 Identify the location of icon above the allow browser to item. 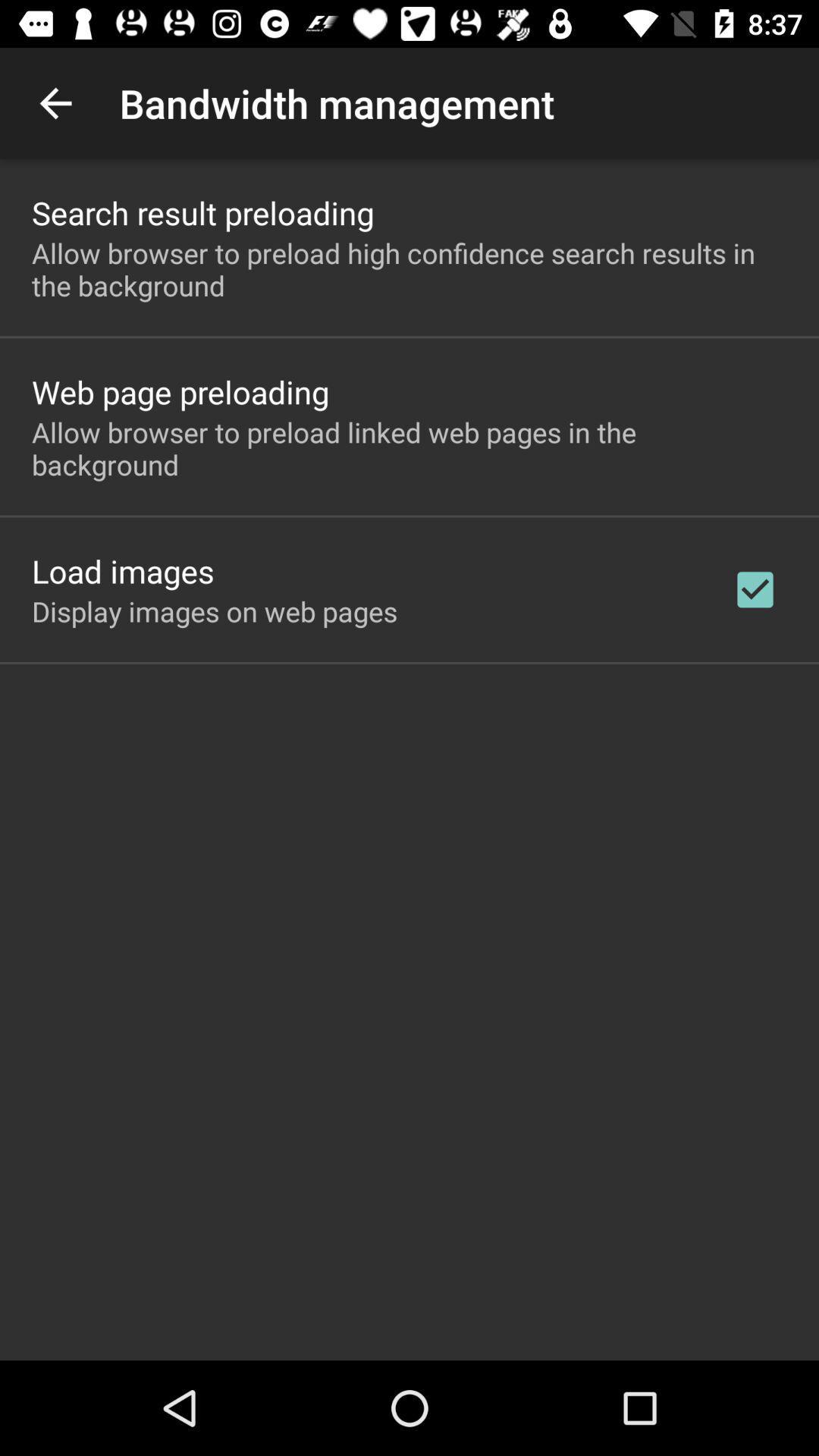
(180, 391).